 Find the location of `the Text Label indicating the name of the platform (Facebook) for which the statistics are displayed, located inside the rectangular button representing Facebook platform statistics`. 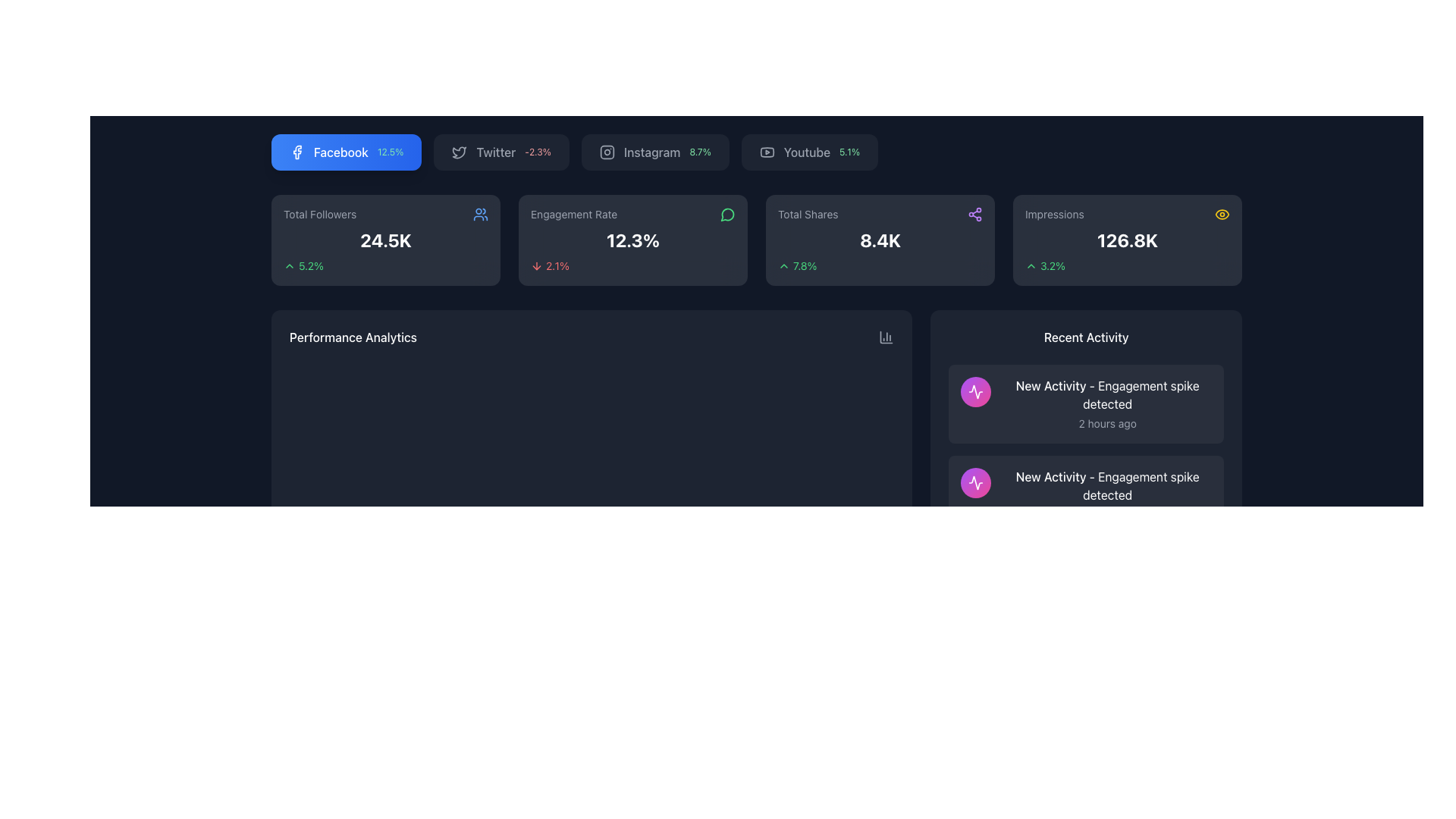

the Text Label indicating the name of the platform (Facebook) for which the statistics are displayed, located inside the rectangular button representing Facebook platform statistics is located at coordinates (340, 152).